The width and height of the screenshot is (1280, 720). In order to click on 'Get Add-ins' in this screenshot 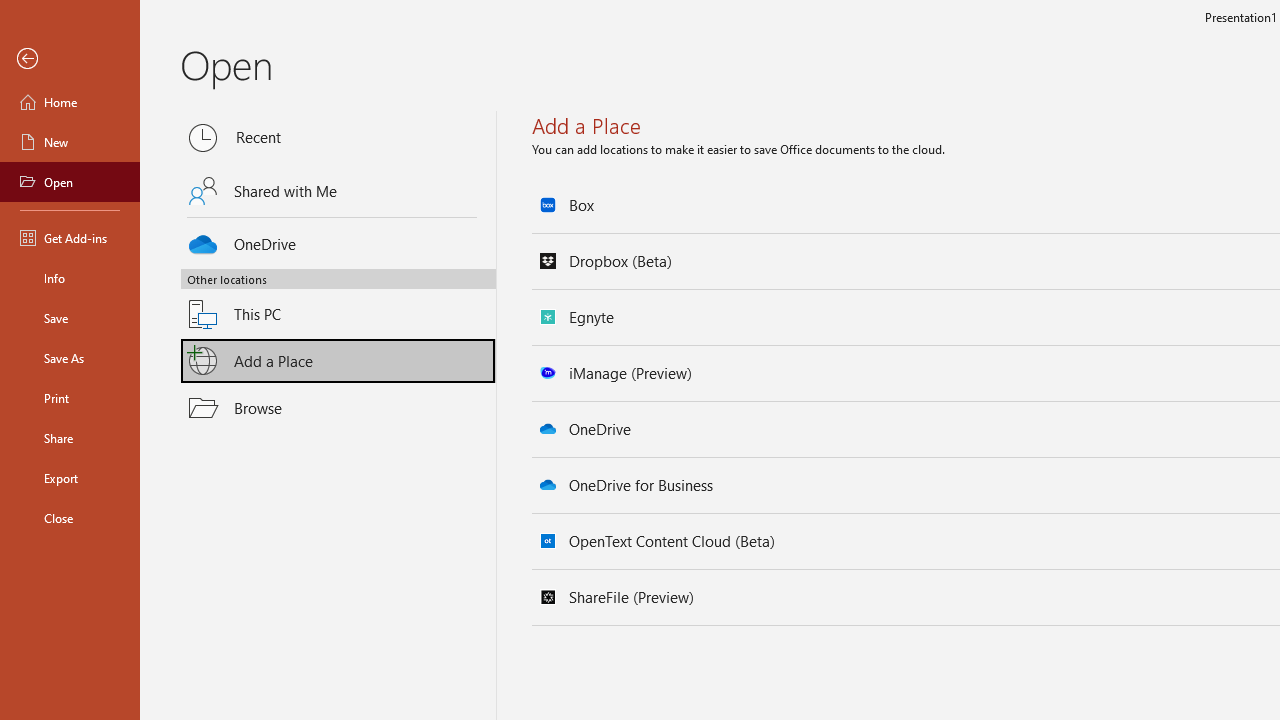, I will do `click(69, 236)`.